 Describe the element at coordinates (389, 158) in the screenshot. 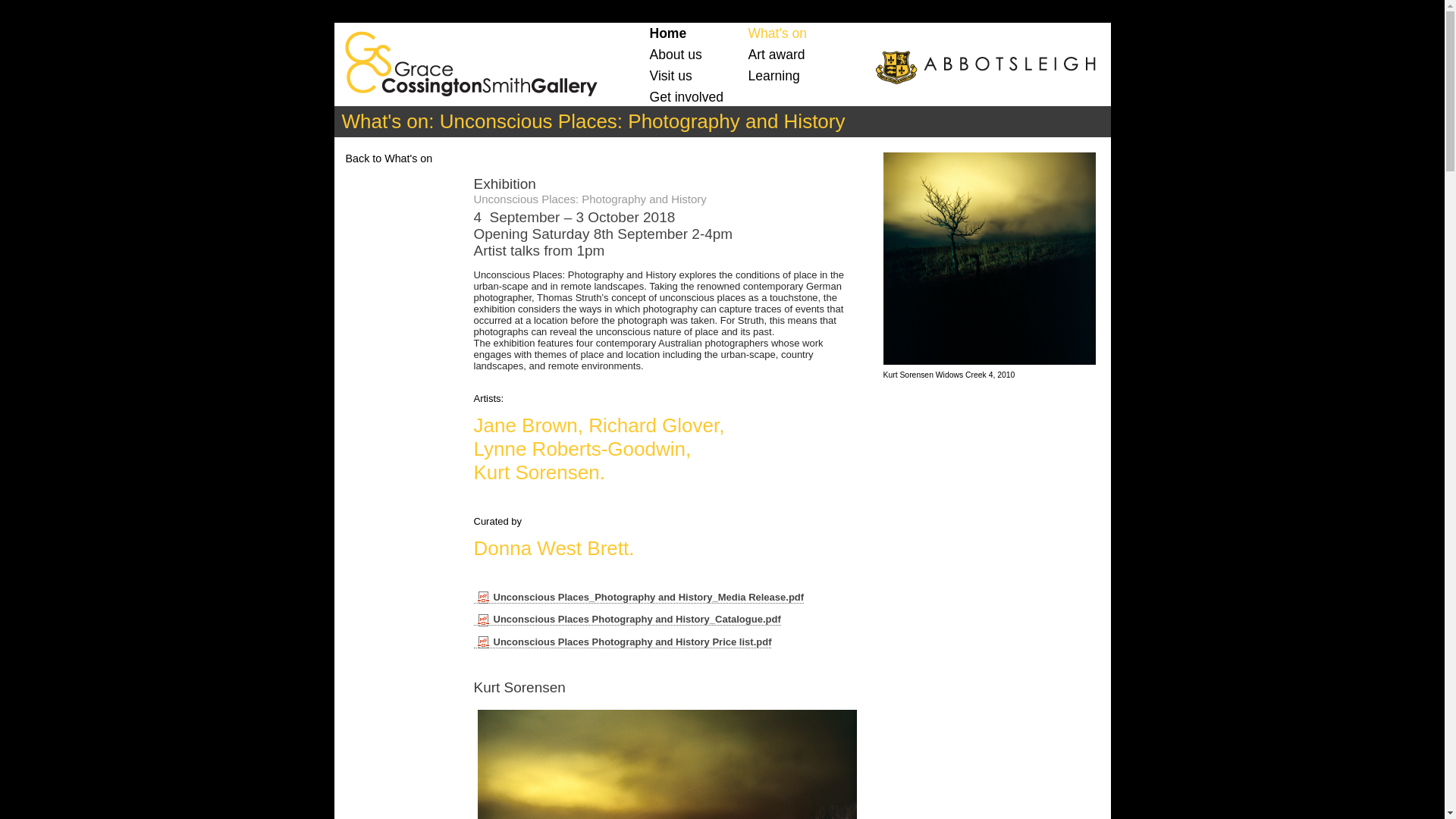

I see `'Back to What's on'` at that location.